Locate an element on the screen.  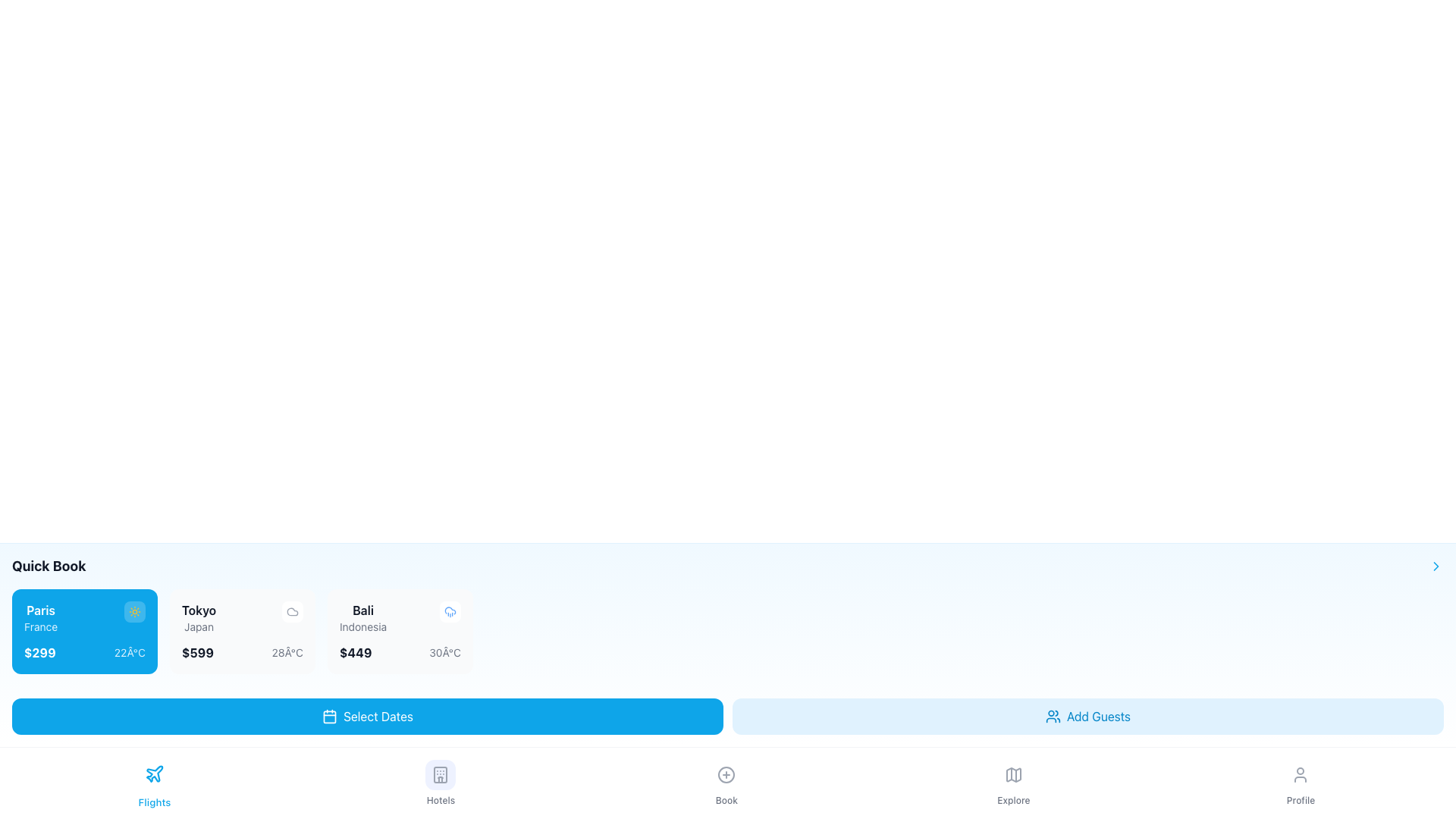
the 'Hotels' button located in the navigation bar at the bottom of the interface is located at coordinates (440, 775).